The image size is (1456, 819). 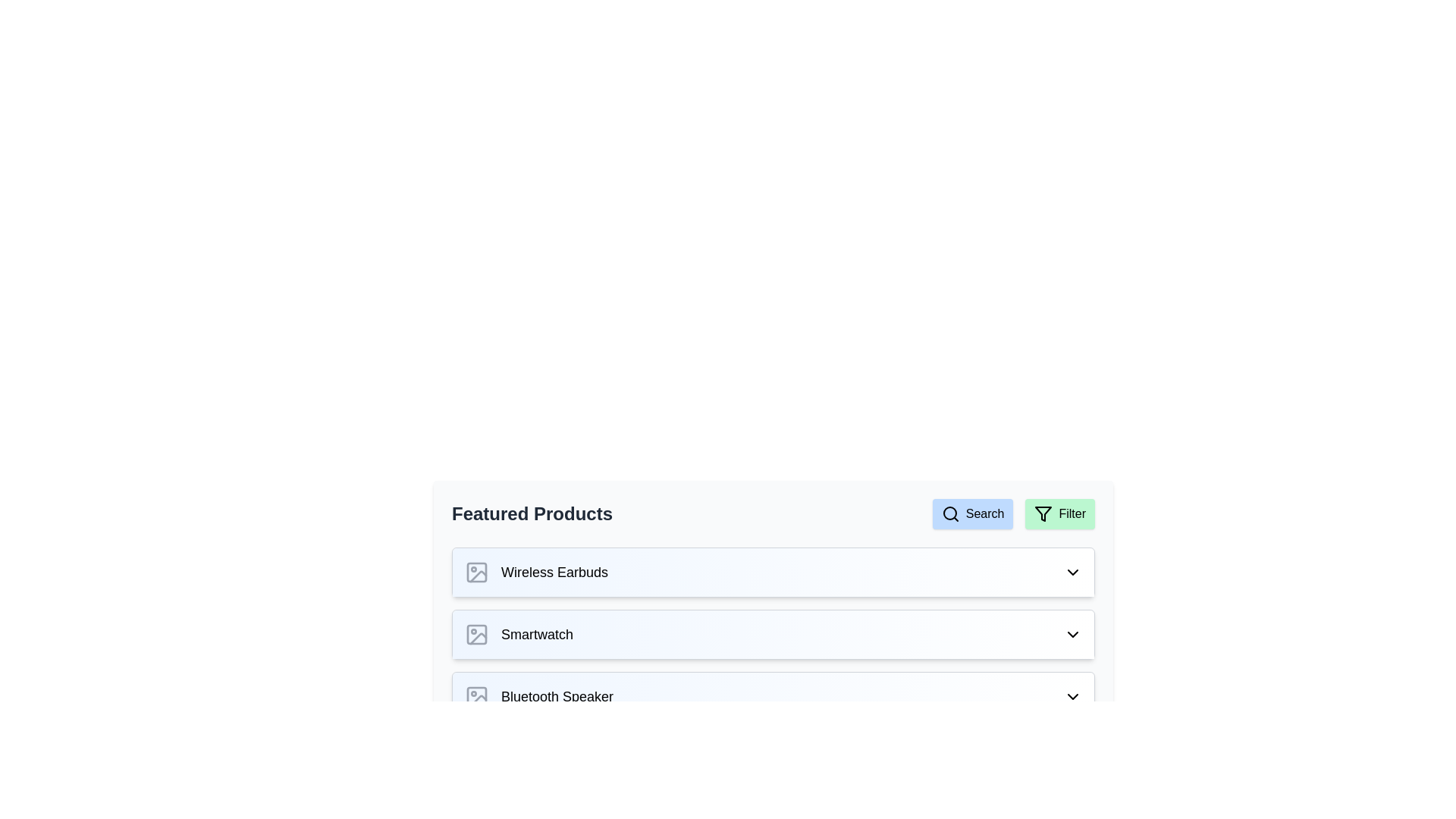 I want to click on the downward chevron icon located in the rightmost section of the 'Bluetooth Speaker' item, so click(x=1072, y=696).